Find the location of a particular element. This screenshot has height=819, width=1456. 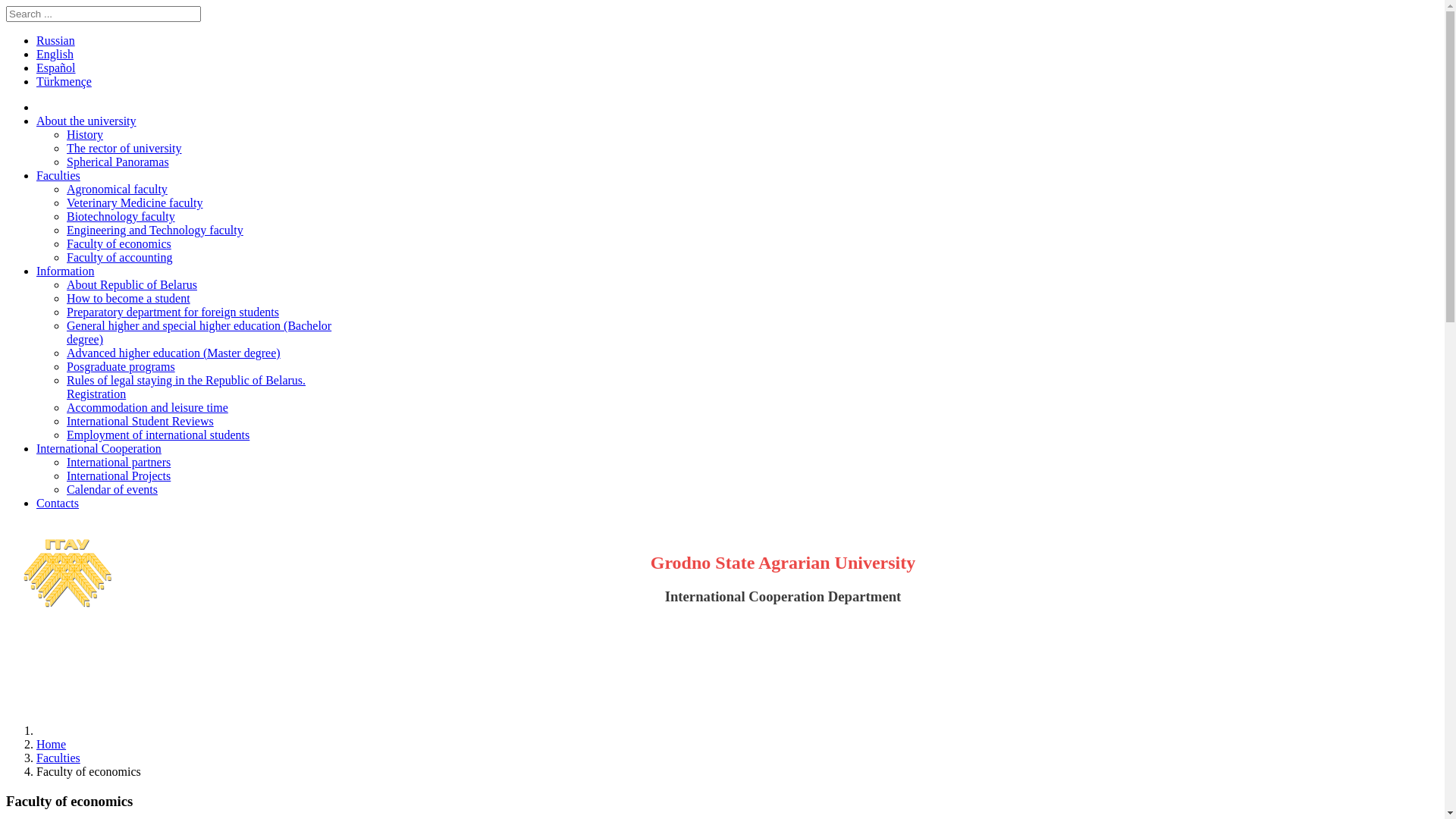

'Posgraduate programs' is located at coordinates (120, 366).